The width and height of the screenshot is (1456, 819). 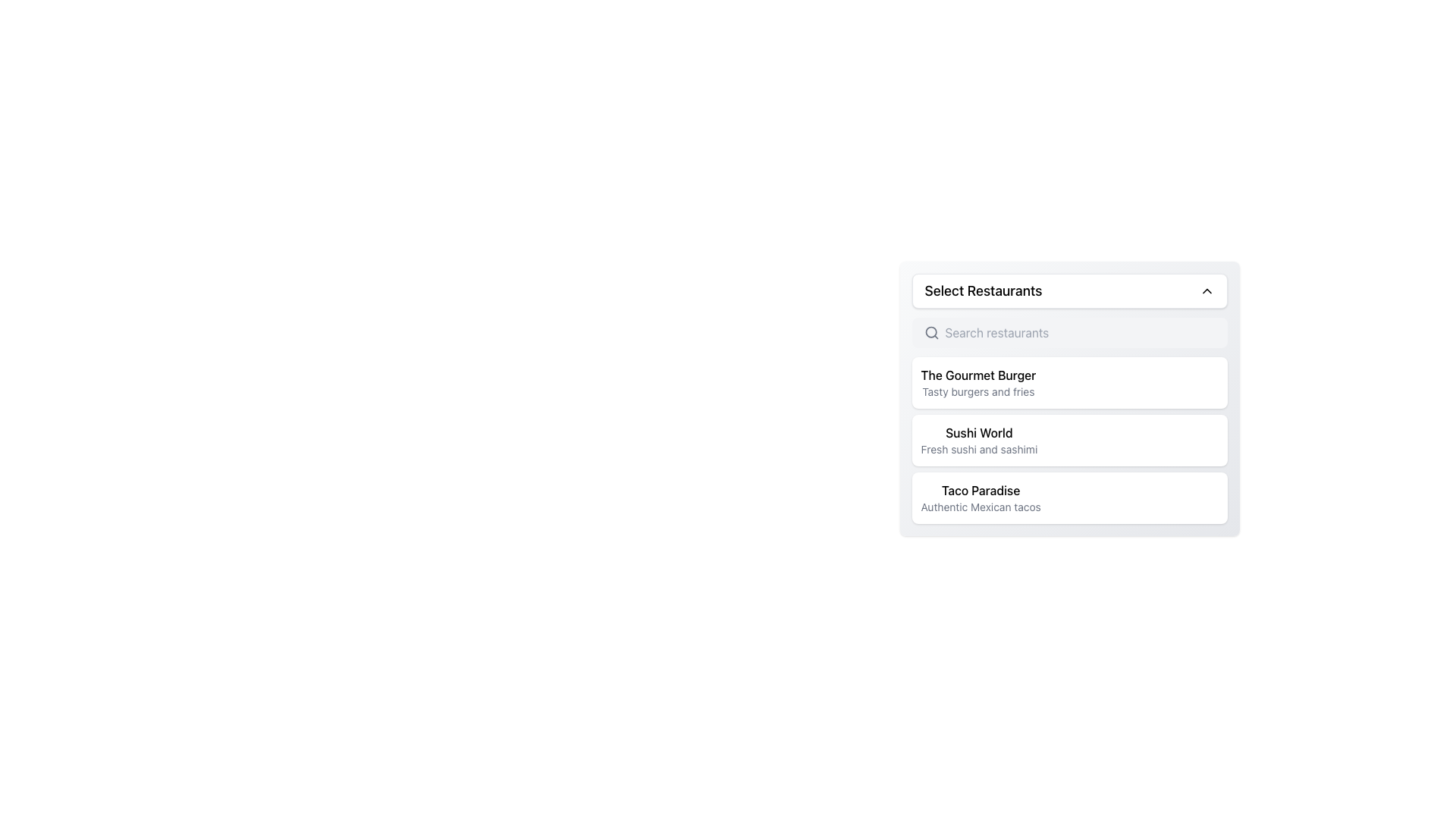 I want to click on the Dropdown Trigger Button labeled 'Select Restaurants', so click(x=1068, y=291).